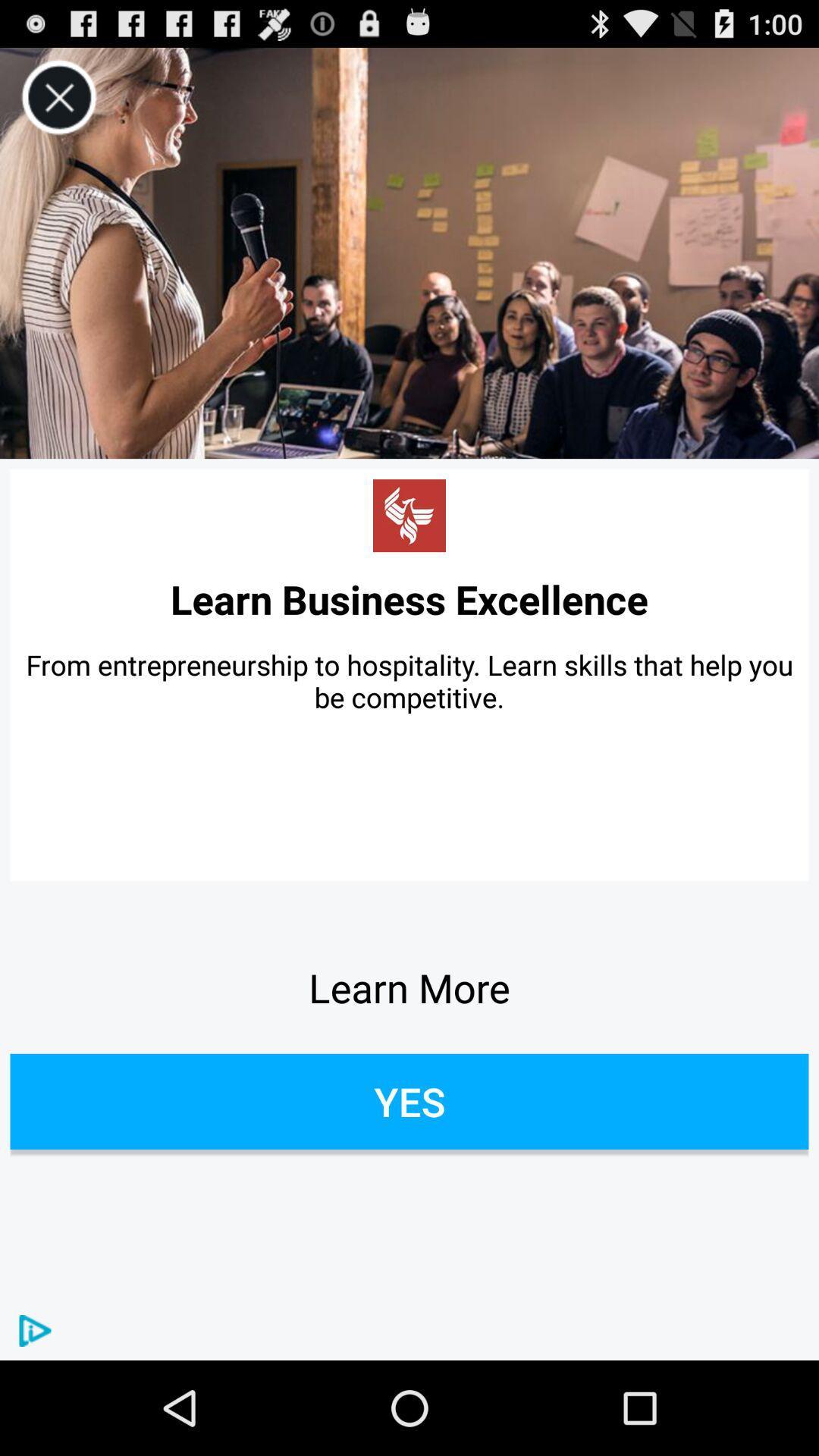 This screenshot has height=1456, width=819. I want to click on the icon at the top, so click(409, 253).